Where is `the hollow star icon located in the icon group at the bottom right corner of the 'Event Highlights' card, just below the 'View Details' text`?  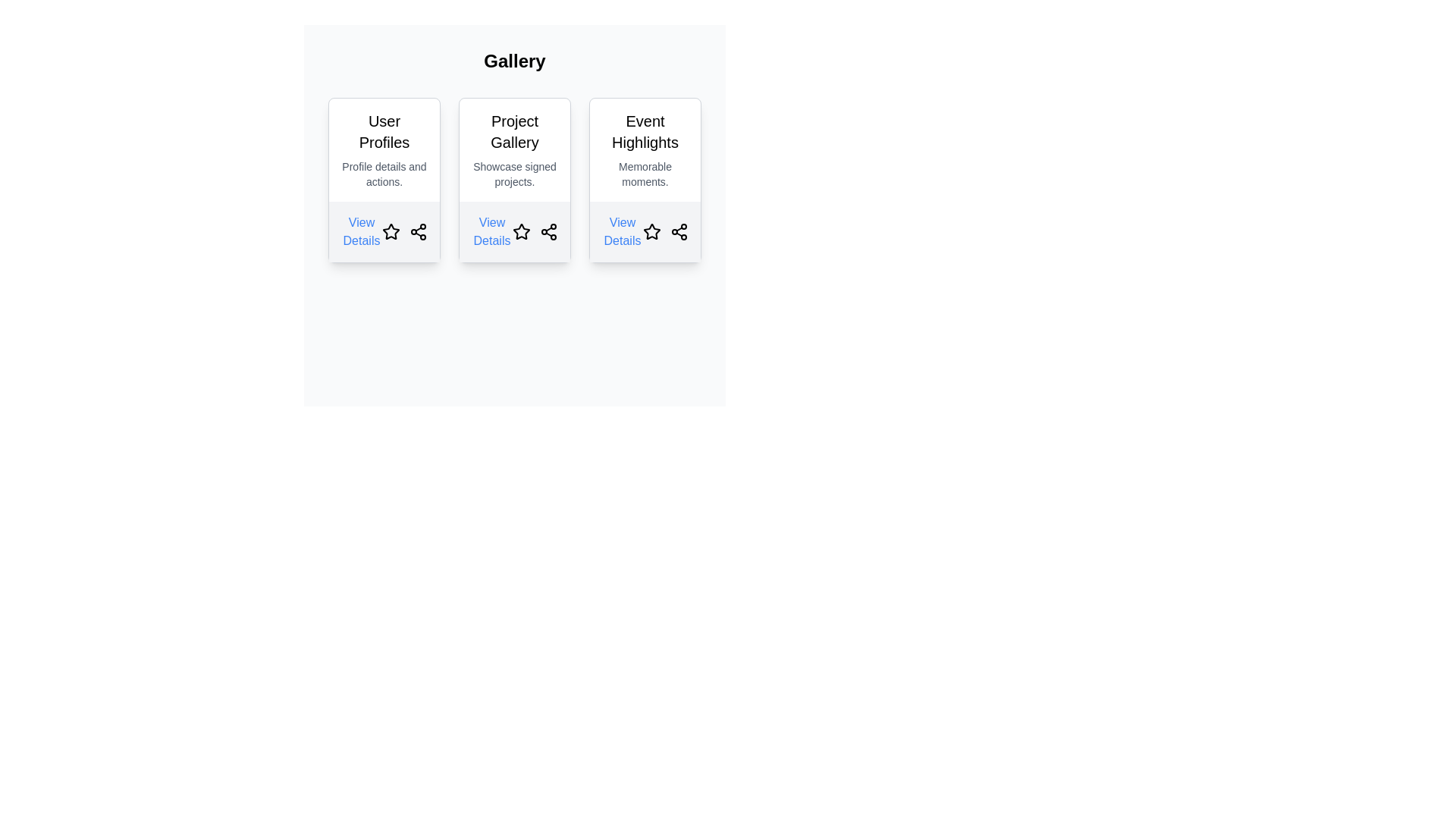 the hollow star icon located in the icon group at the bottom right corner of the 'Event Highlights' card, just below the 'View Details' text is located at coordinates (666, 231).